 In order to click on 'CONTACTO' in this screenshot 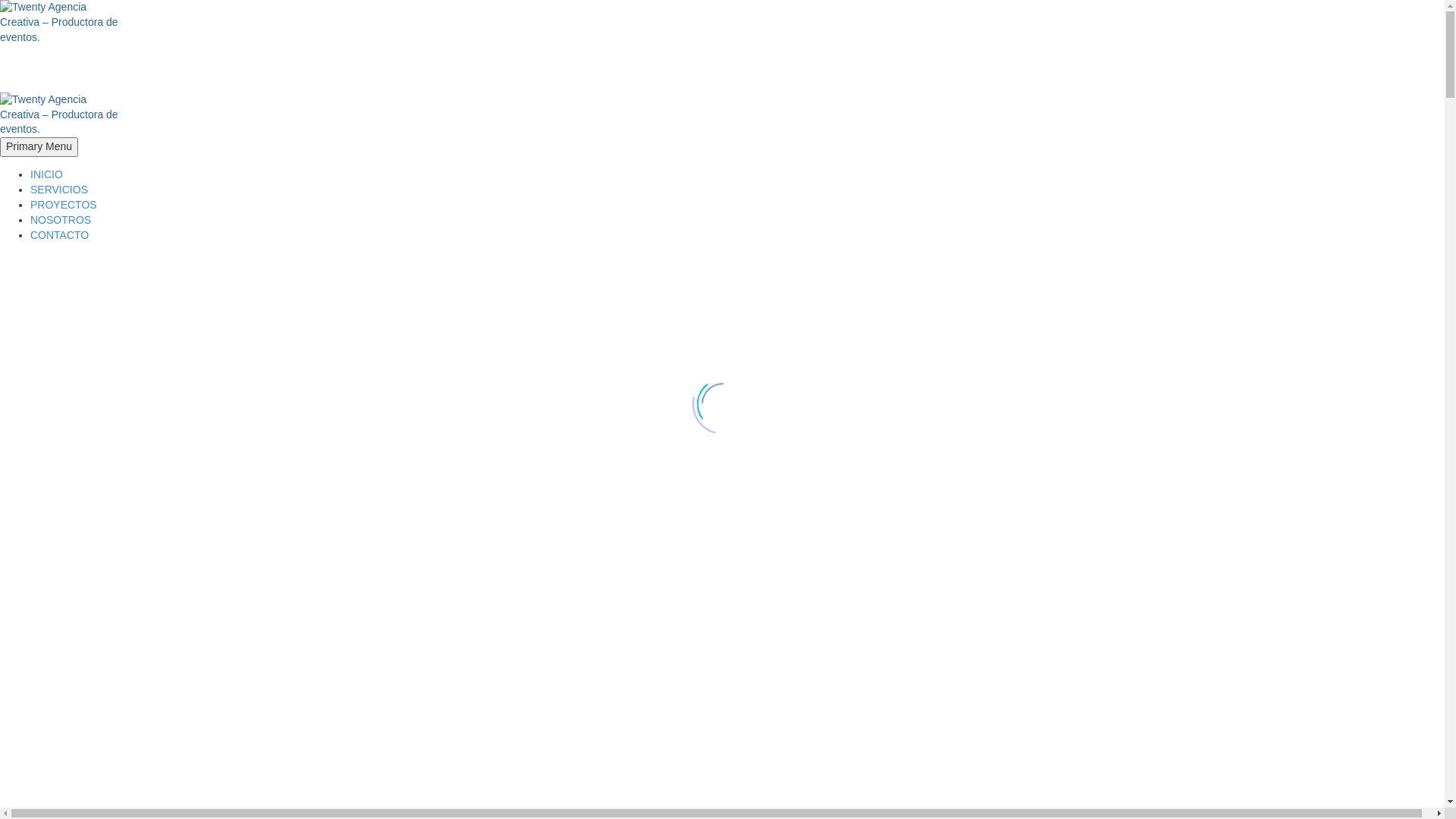, I will do `click(59, 234)`.